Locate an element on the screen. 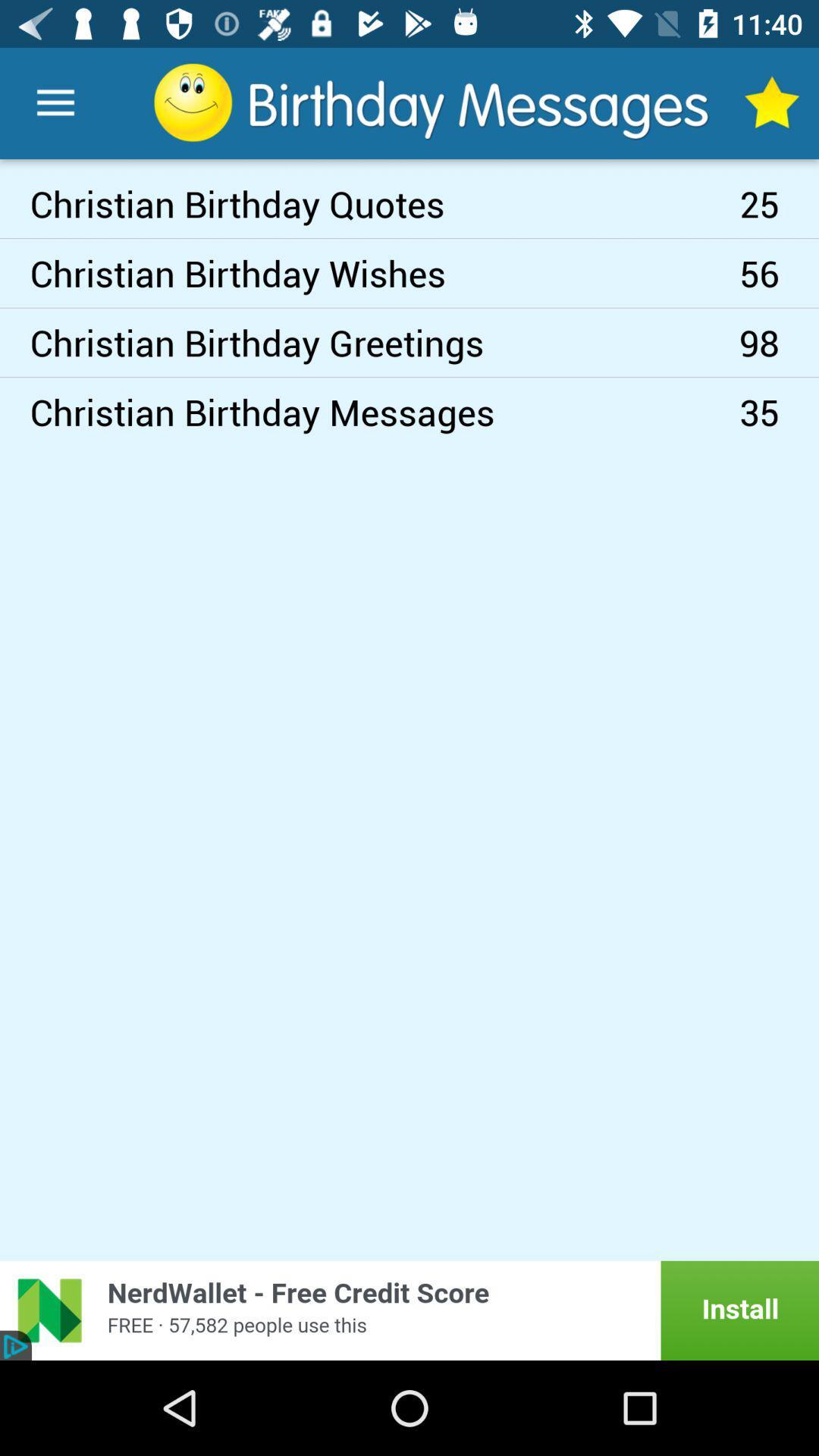 This screenshot has height=1456, width=819. the icon below the 56 icon is located at coordinates (779, 341).